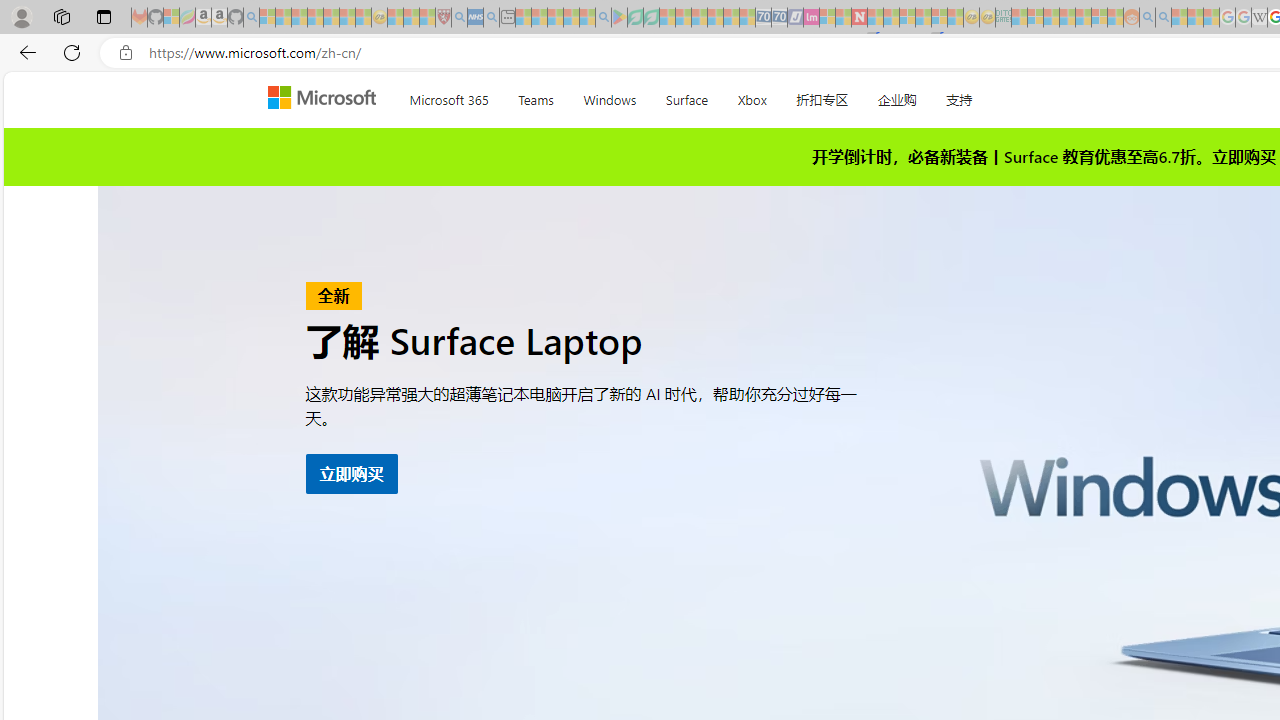 The height and width of the screenshot is (720, 1280). Describe the element at coordinates (811, 17) in the screenshot. I see `'Jobs - lastminute.com Investor Portal - Sleeping'` at that location.